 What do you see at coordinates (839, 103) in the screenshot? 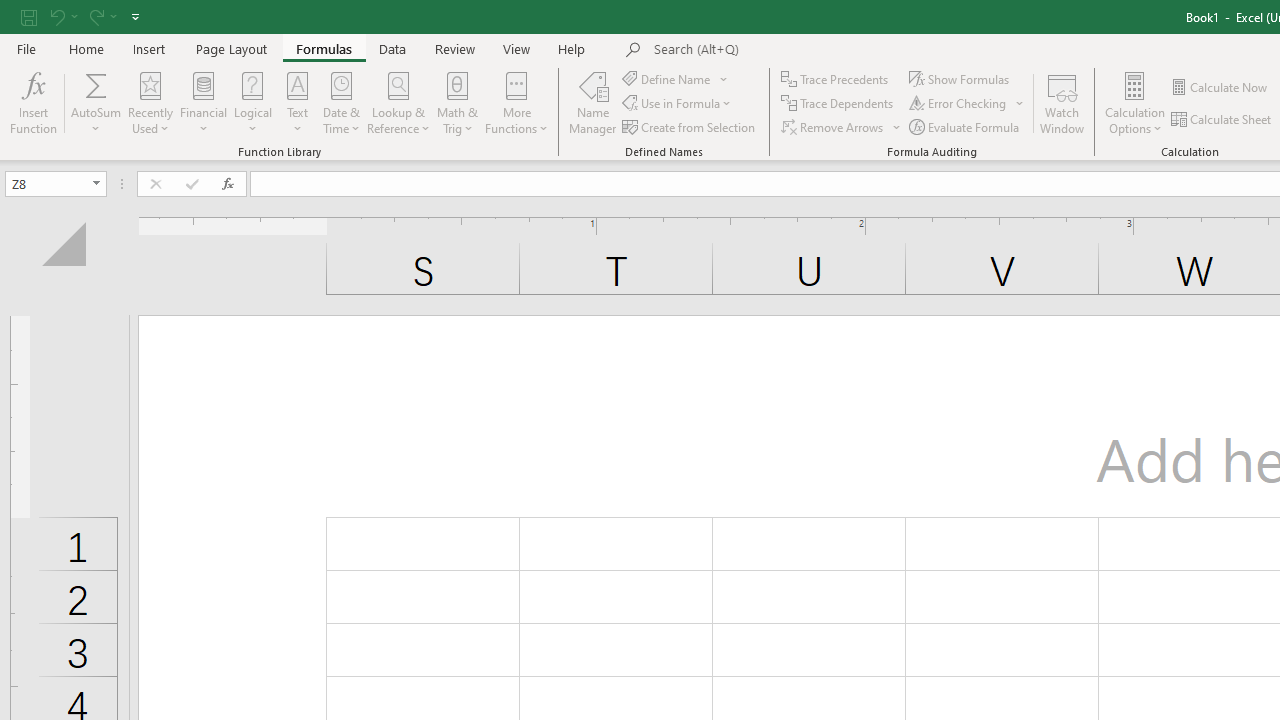
I see `'Trace Dependents'` at bounding box center [839, 103].